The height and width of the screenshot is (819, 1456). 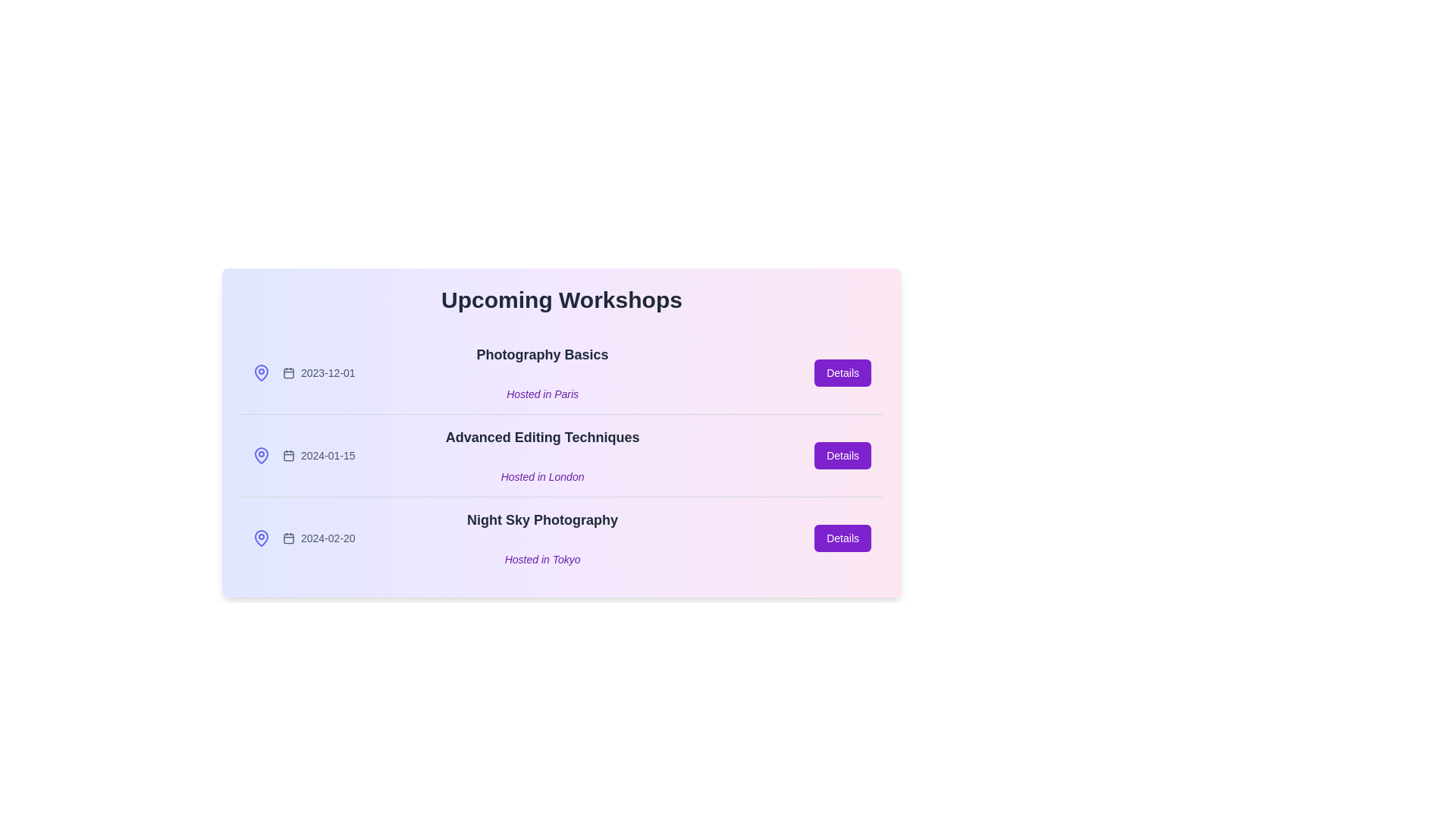 I want to click on the 'Details' button for the workshop titled 'Advanced Editing Techniques', so click(x=842, y=455).